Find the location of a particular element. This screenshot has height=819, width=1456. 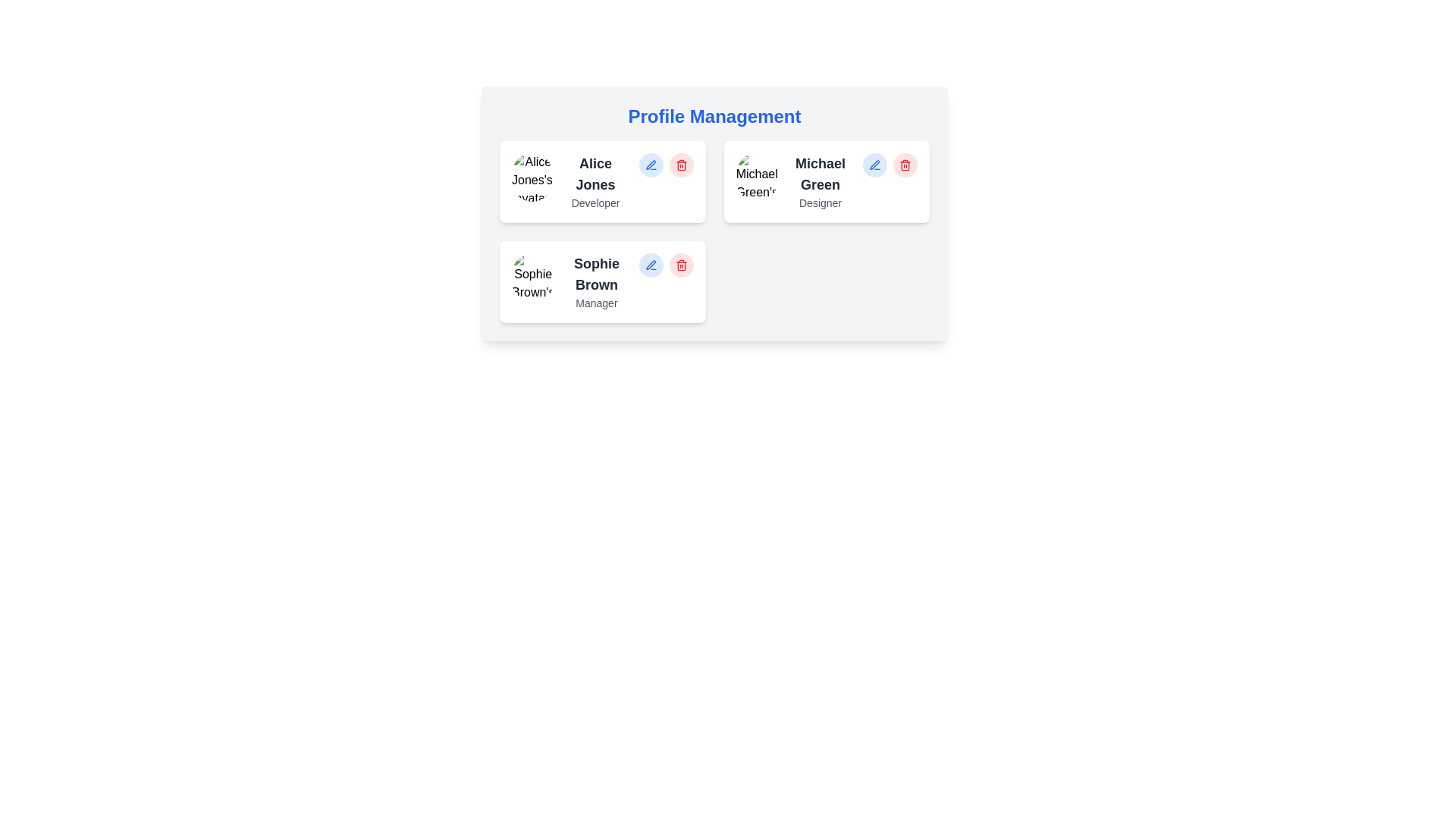

the edit button located to the right of the name and role details for Alice Jones in the first profile card of the grid to initiate editing is located at coordinates (651, 165).